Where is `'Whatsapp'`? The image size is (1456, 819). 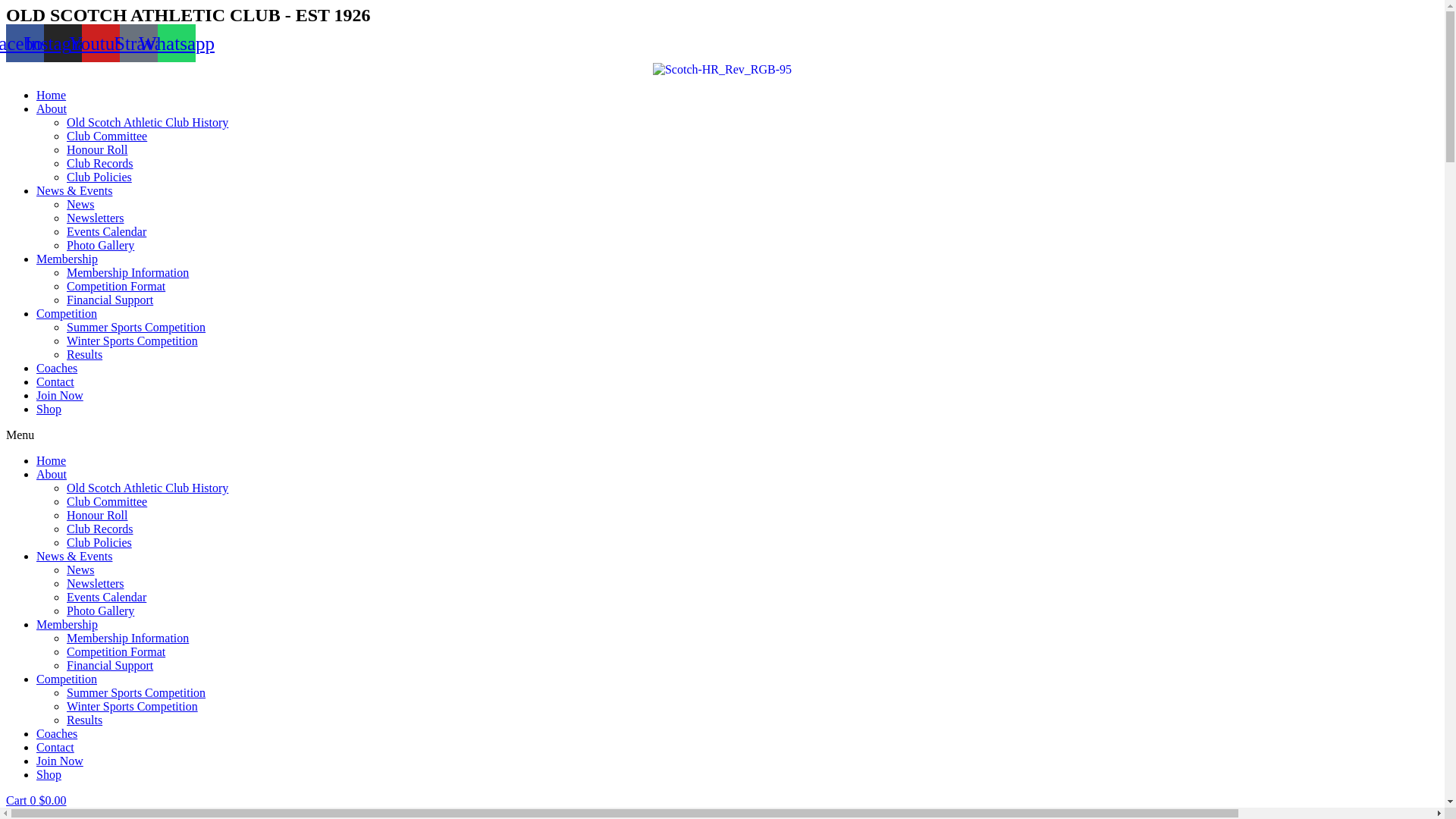 'Whatsapp' is located at coordinates (177, 42).